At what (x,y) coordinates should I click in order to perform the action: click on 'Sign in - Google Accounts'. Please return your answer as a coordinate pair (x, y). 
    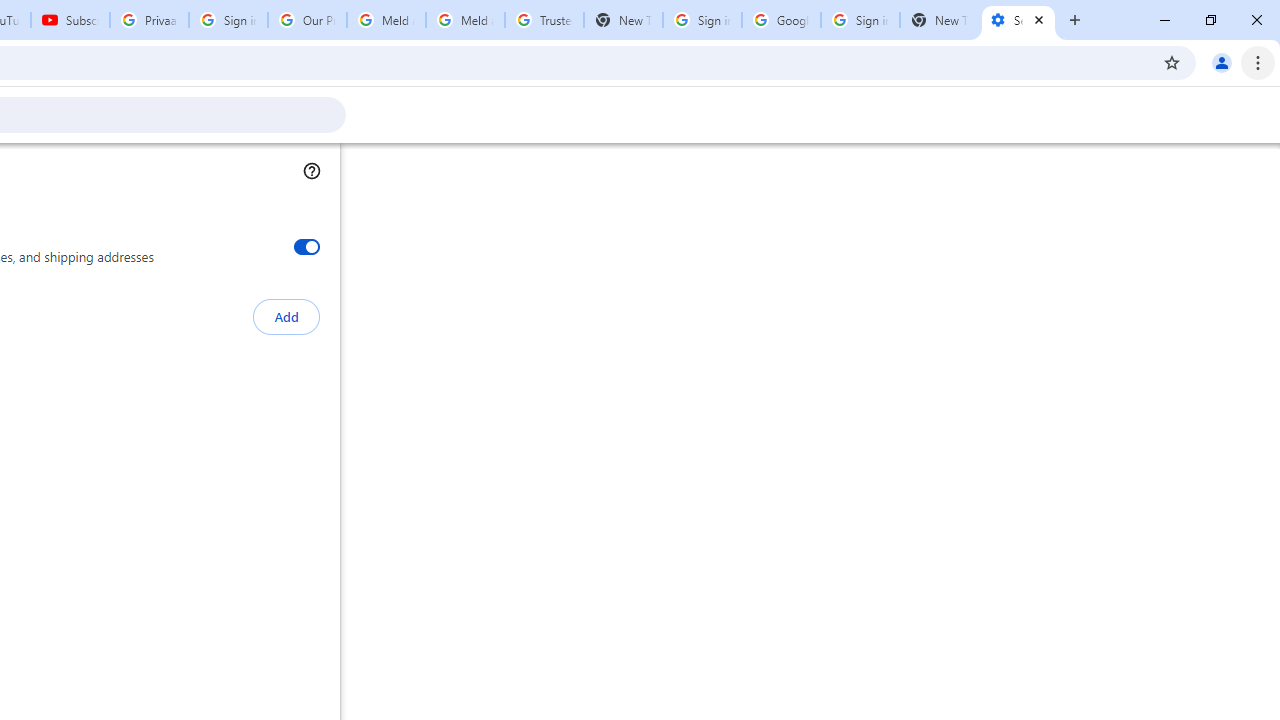
    Looking at the image, I should click on (702, 20).